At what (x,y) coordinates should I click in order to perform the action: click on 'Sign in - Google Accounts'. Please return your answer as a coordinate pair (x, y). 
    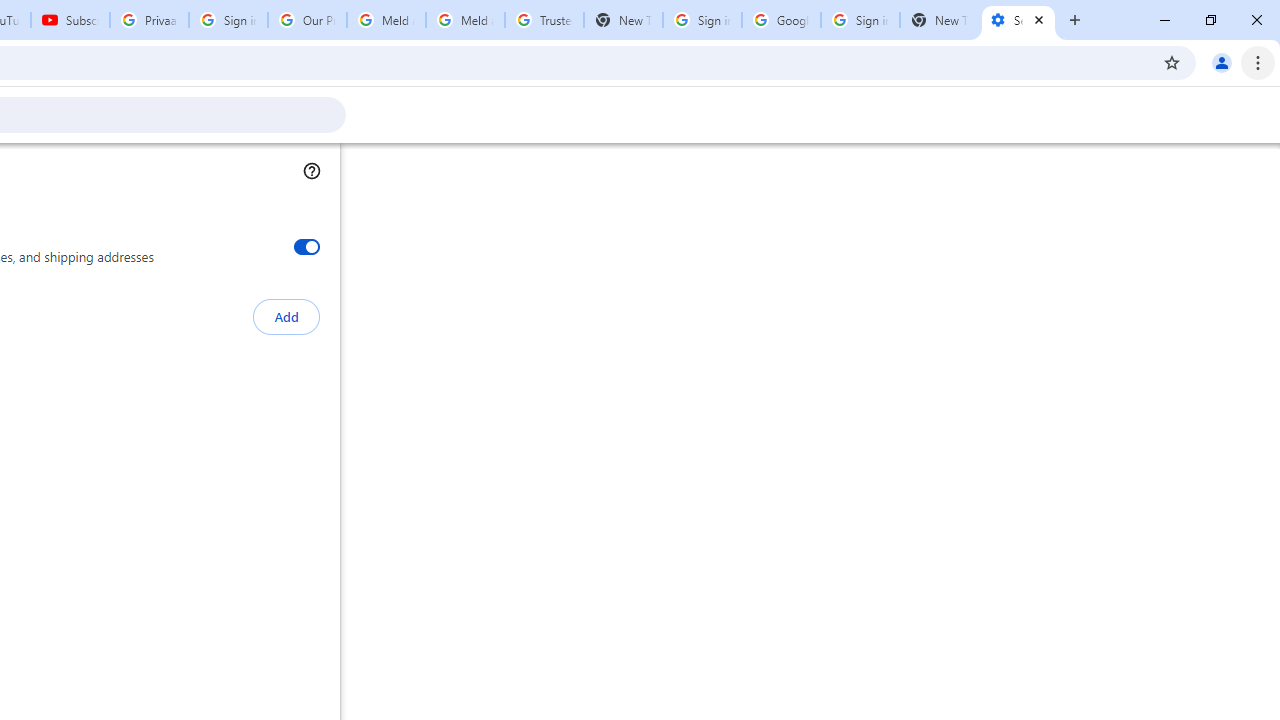
    Looking at the image, I should click on (702, 20).